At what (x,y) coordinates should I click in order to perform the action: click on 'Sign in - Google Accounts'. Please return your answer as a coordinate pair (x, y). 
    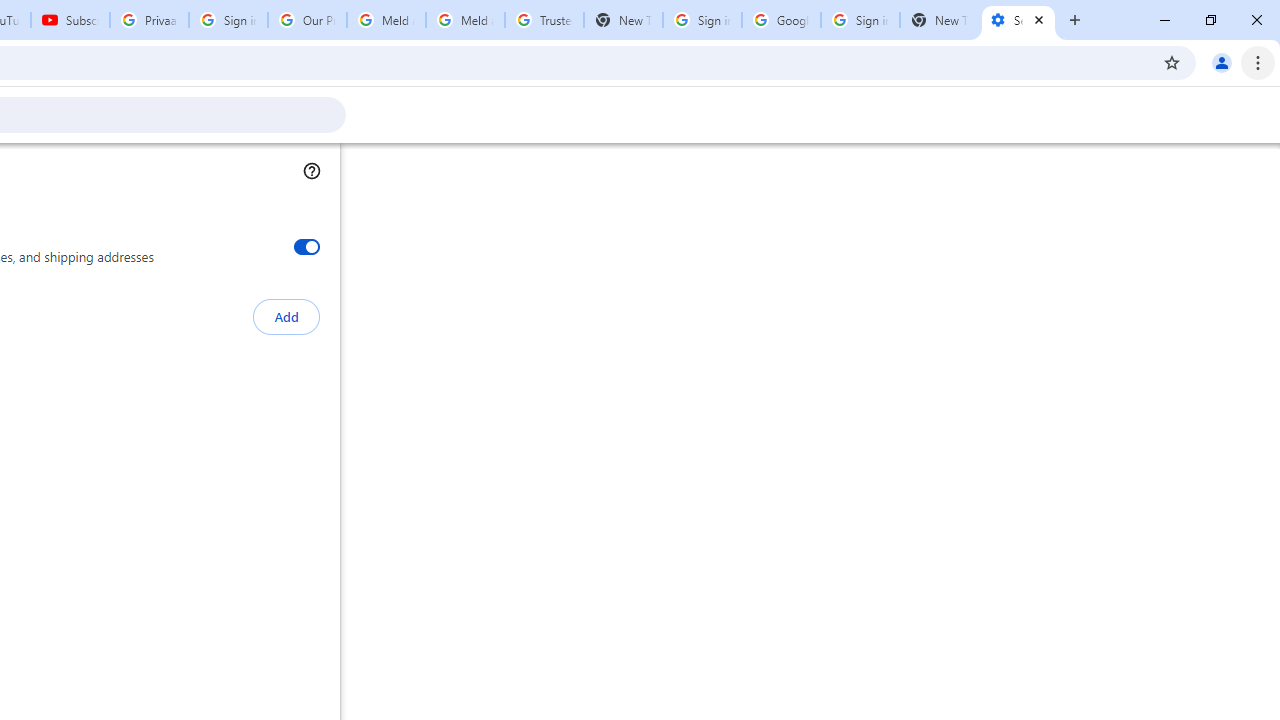
    Looking at the image, I should click on (702, 20).